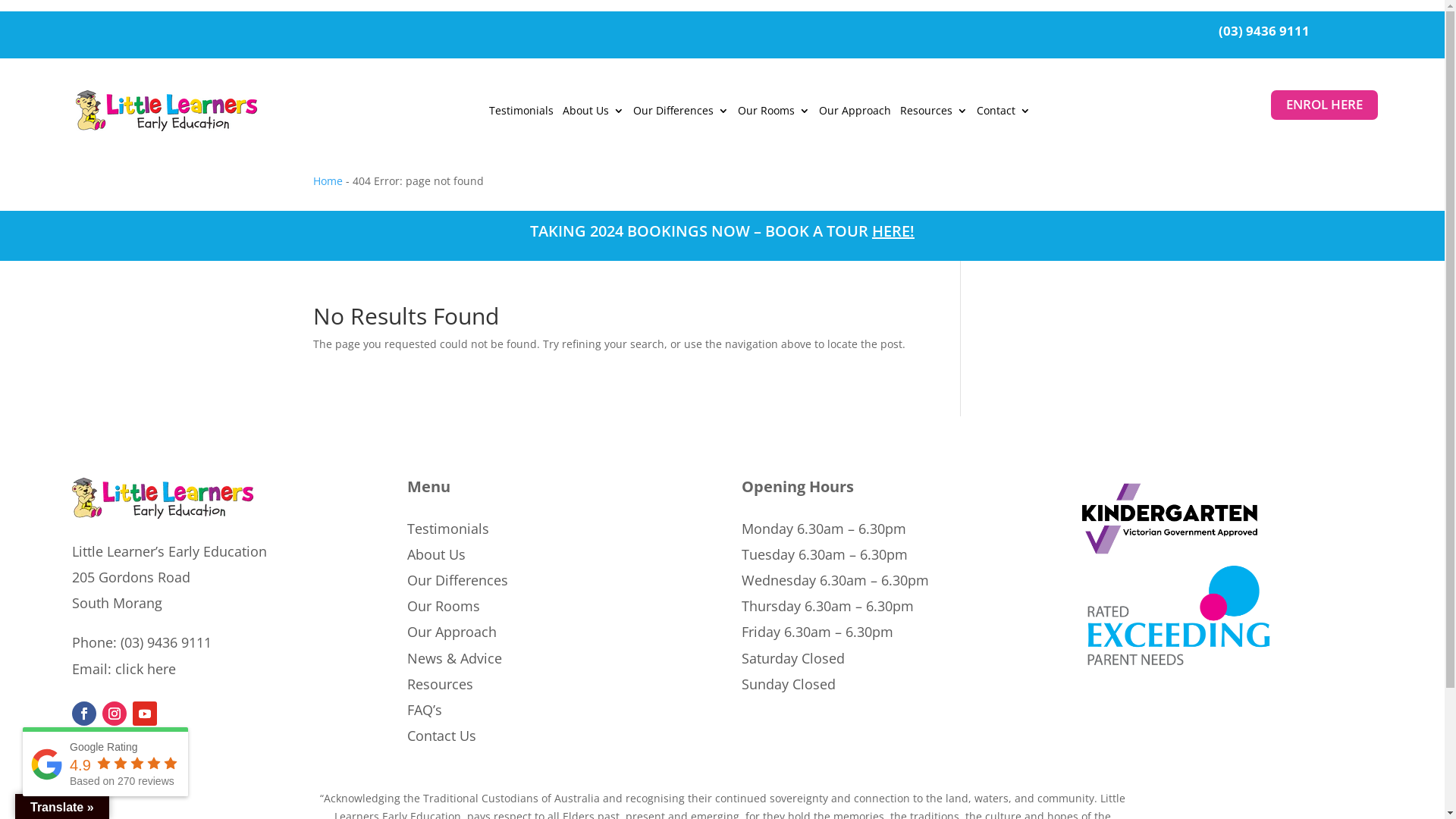 Image resolution: width=1456 pixels, height=819 pixels. Describe the element at coordinates (453, 657) in the screenshot. I see `'News & Advice'` at that location.